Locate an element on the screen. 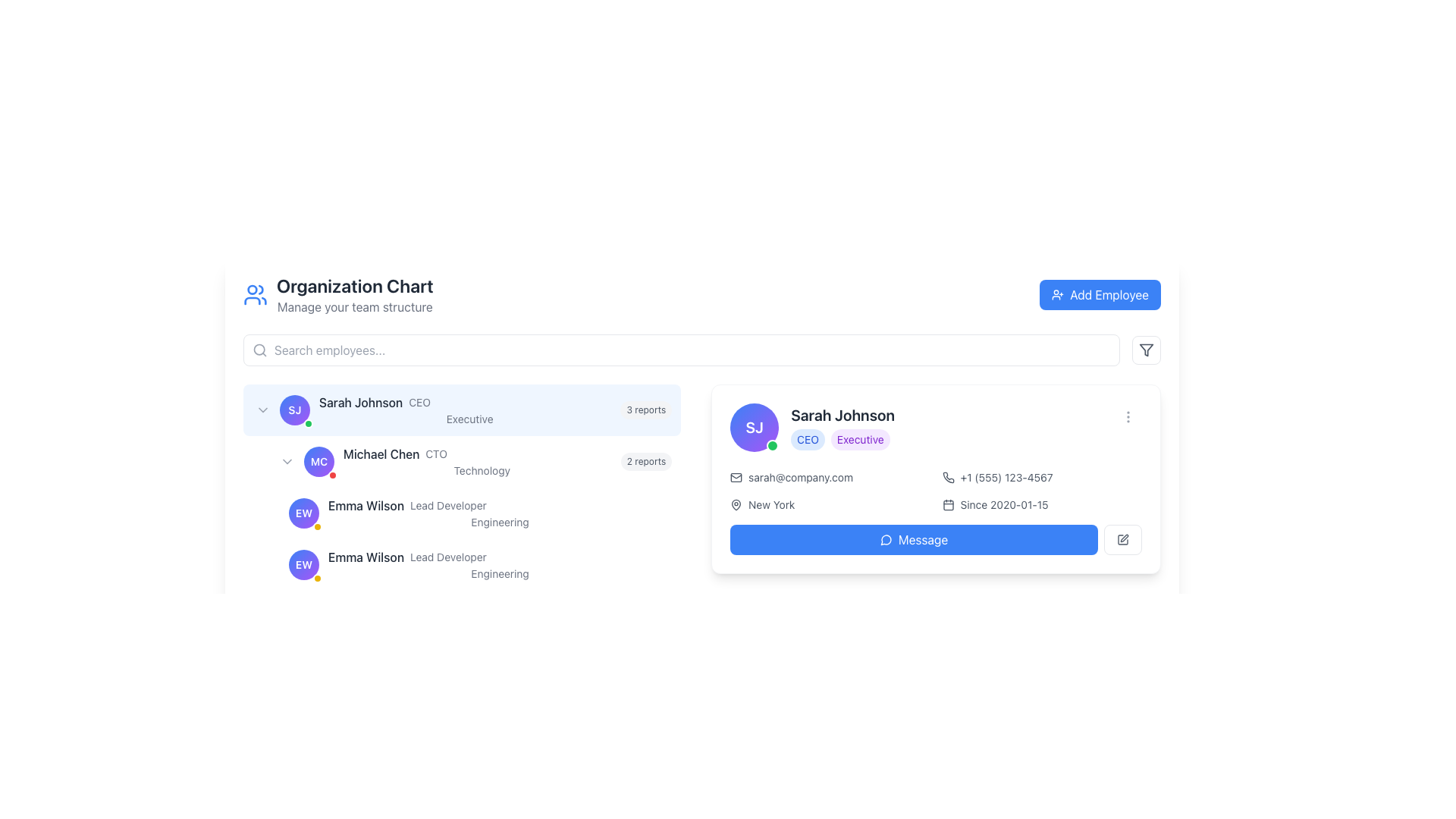  the Text display element for hierarchical information that shows the name and roles of an individual, positioned to the right of the 'SJ' icon and above the '3 reports' label is located at coordinates (469, 409).